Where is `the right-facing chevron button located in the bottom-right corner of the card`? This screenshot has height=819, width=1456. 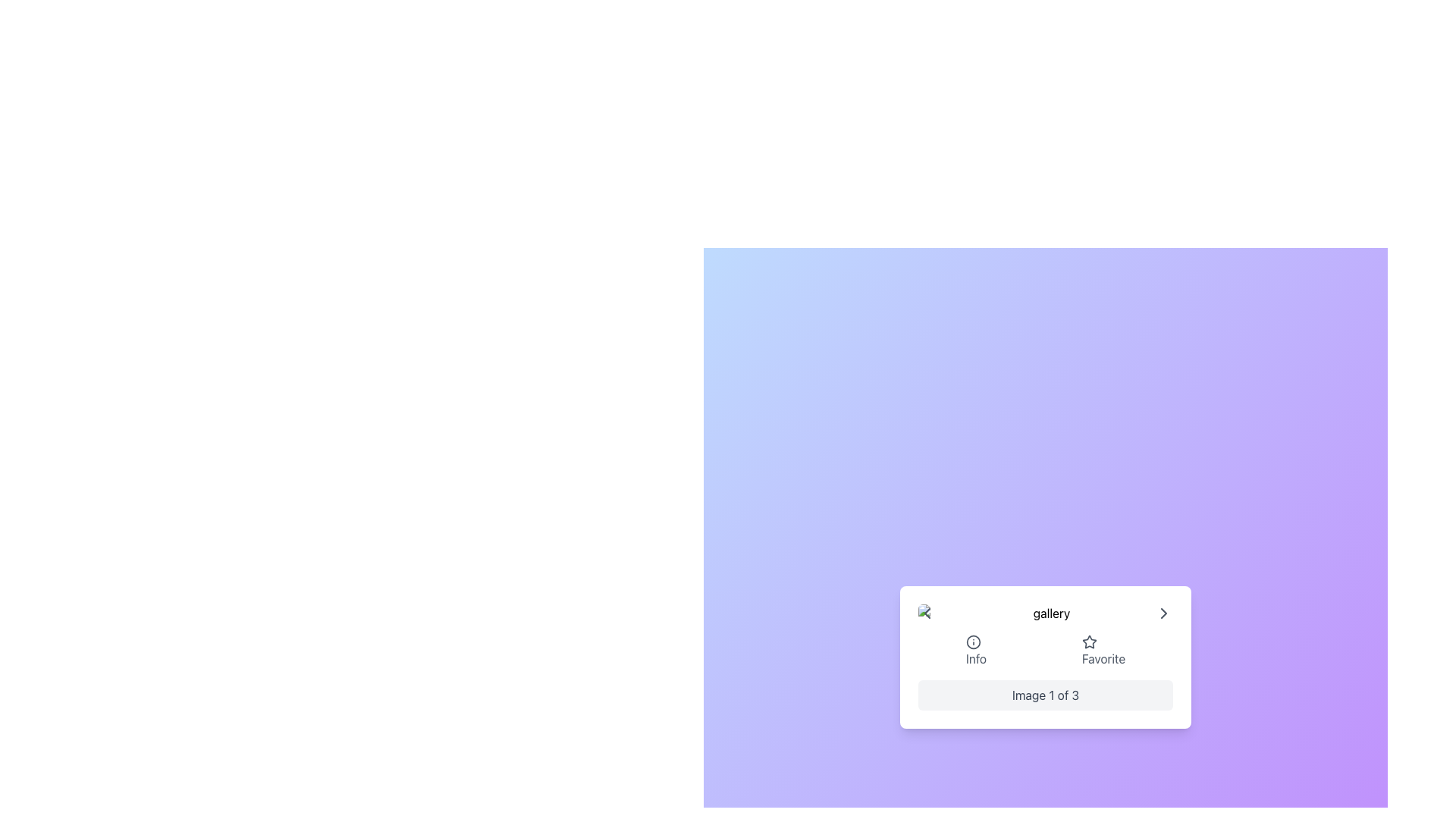
the right-facing chevron button located in the bottom-right corner of the card is located at coordinates (1163, 613).